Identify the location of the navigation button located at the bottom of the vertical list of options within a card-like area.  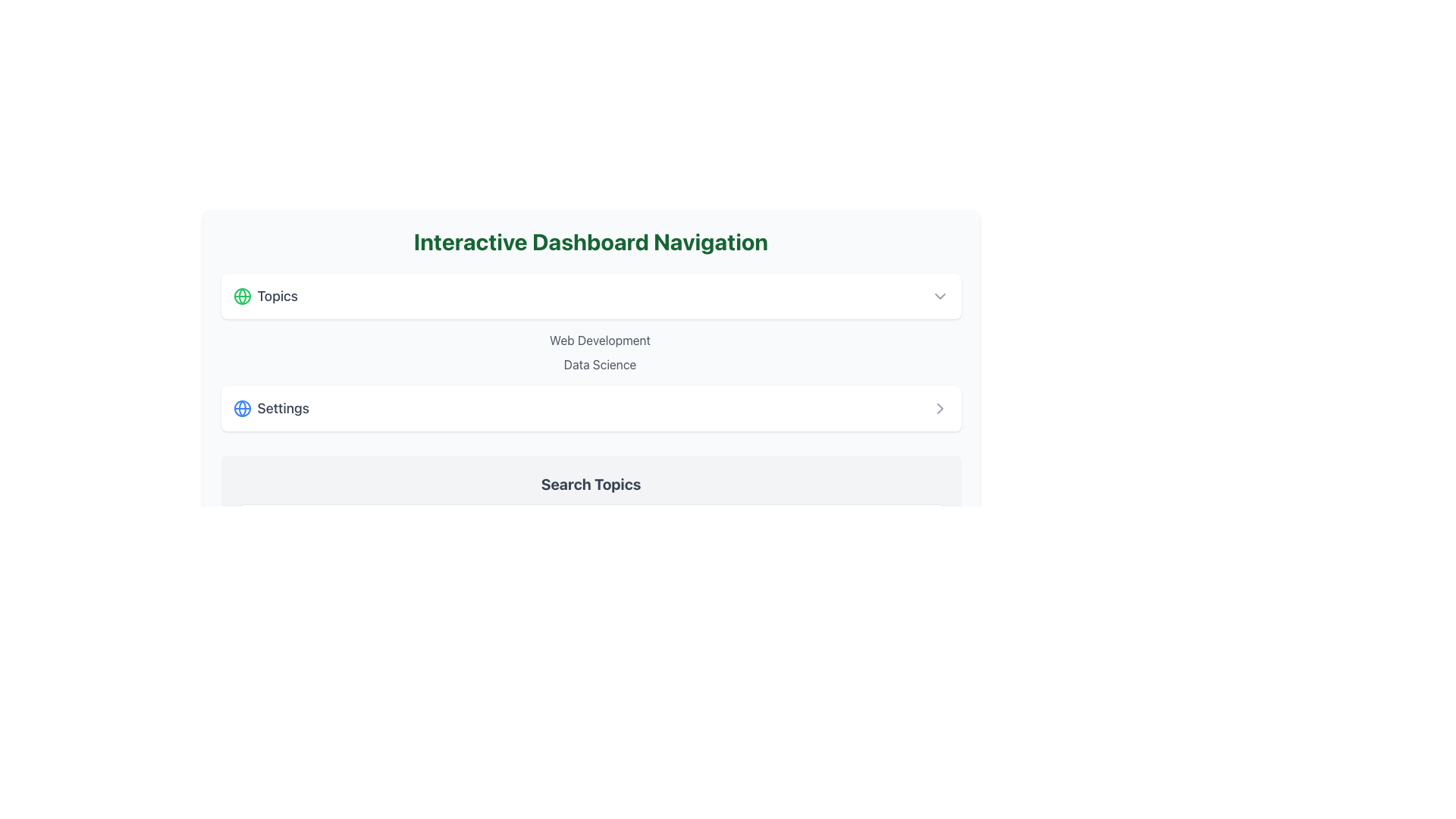
(590, 408).